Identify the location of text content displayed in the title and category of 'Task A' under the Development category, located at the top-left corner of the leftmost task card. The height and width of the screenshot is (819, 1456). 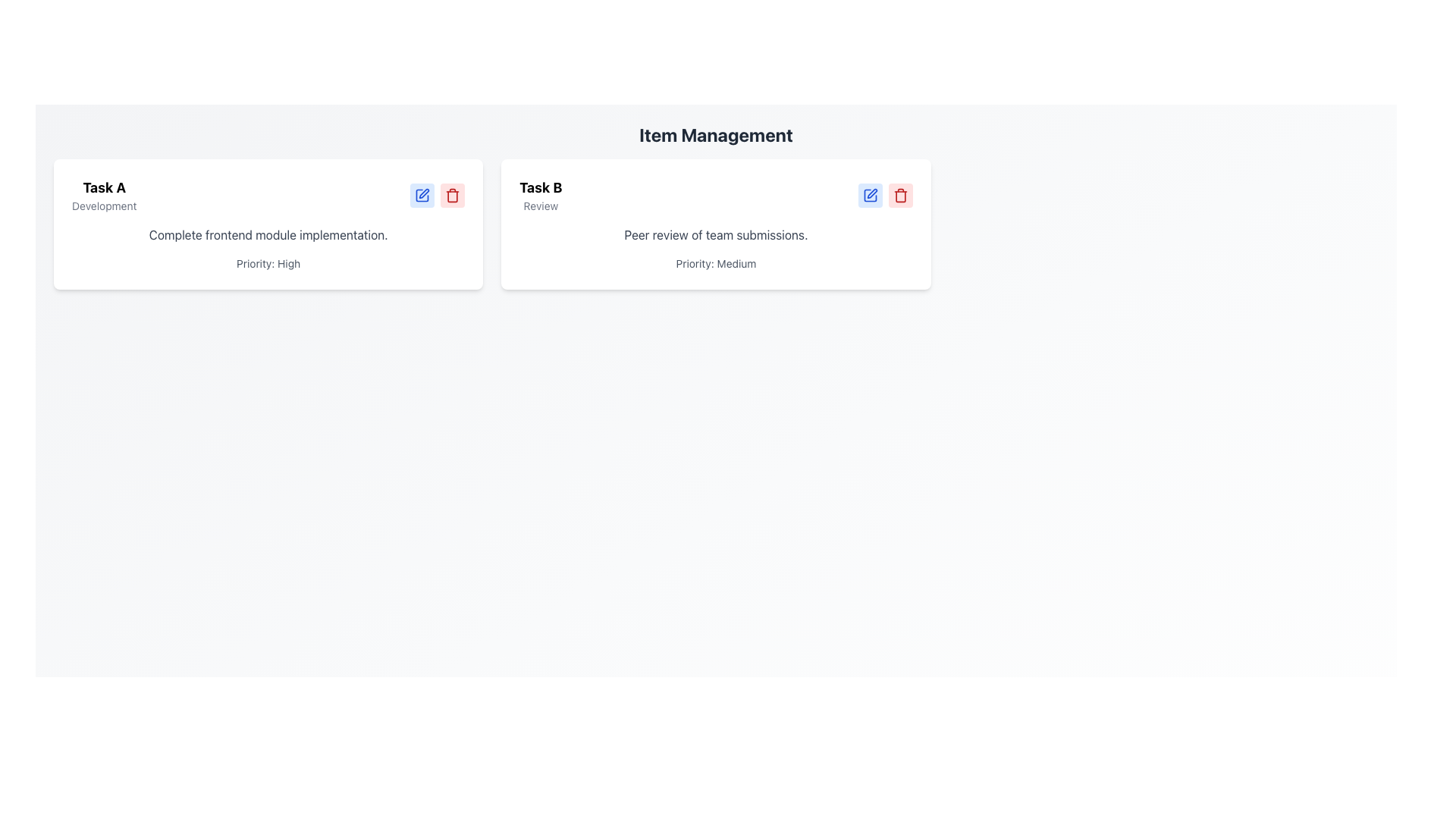
(103, 195).